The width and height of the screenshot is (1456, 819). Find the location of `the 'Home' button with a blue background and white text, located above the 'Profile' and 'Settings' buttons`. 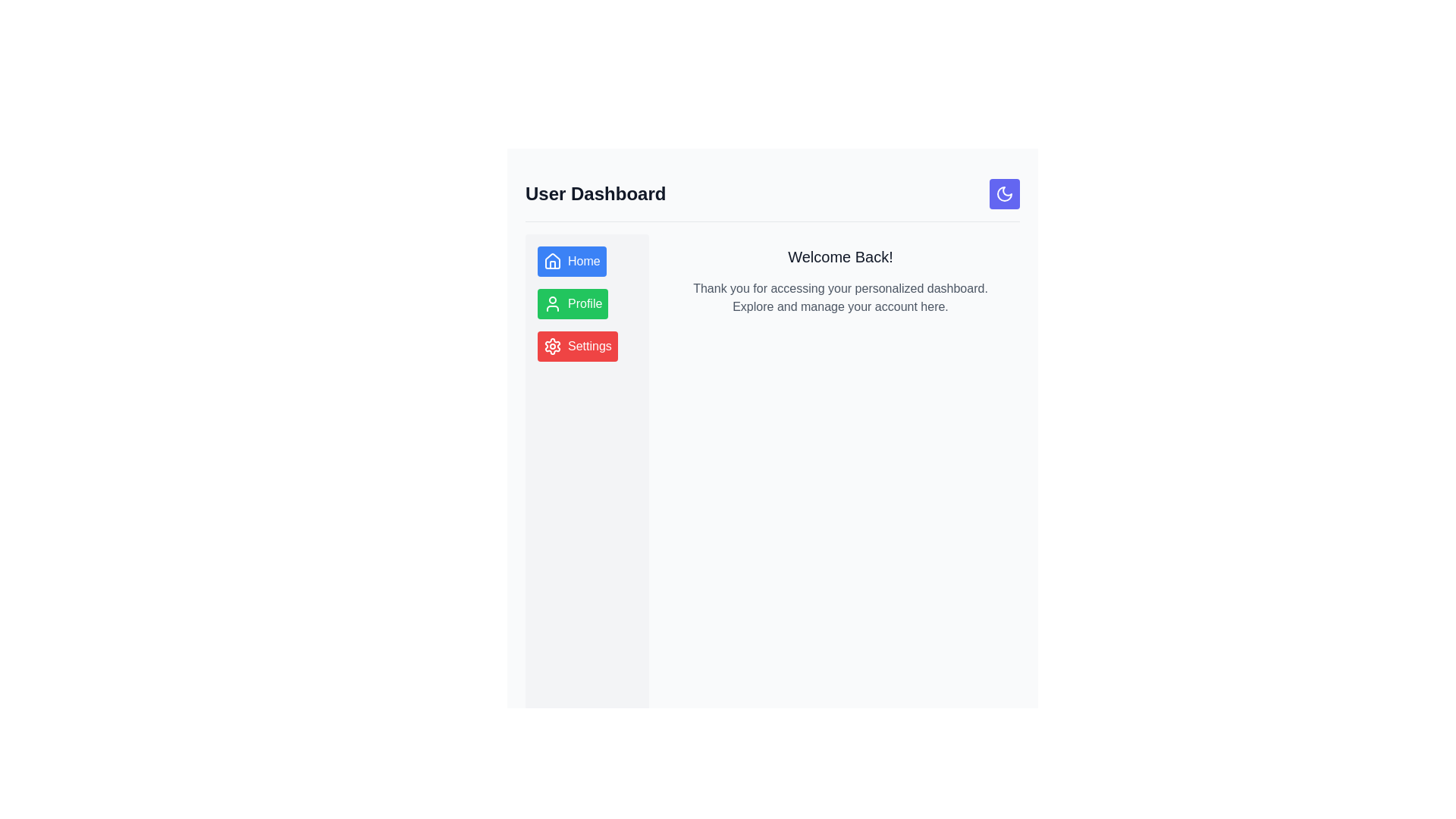

the 'Home' button with a blue background and white text, located above the 'Profile' and 'Settings' buttons is located at coordinates (571, 260).